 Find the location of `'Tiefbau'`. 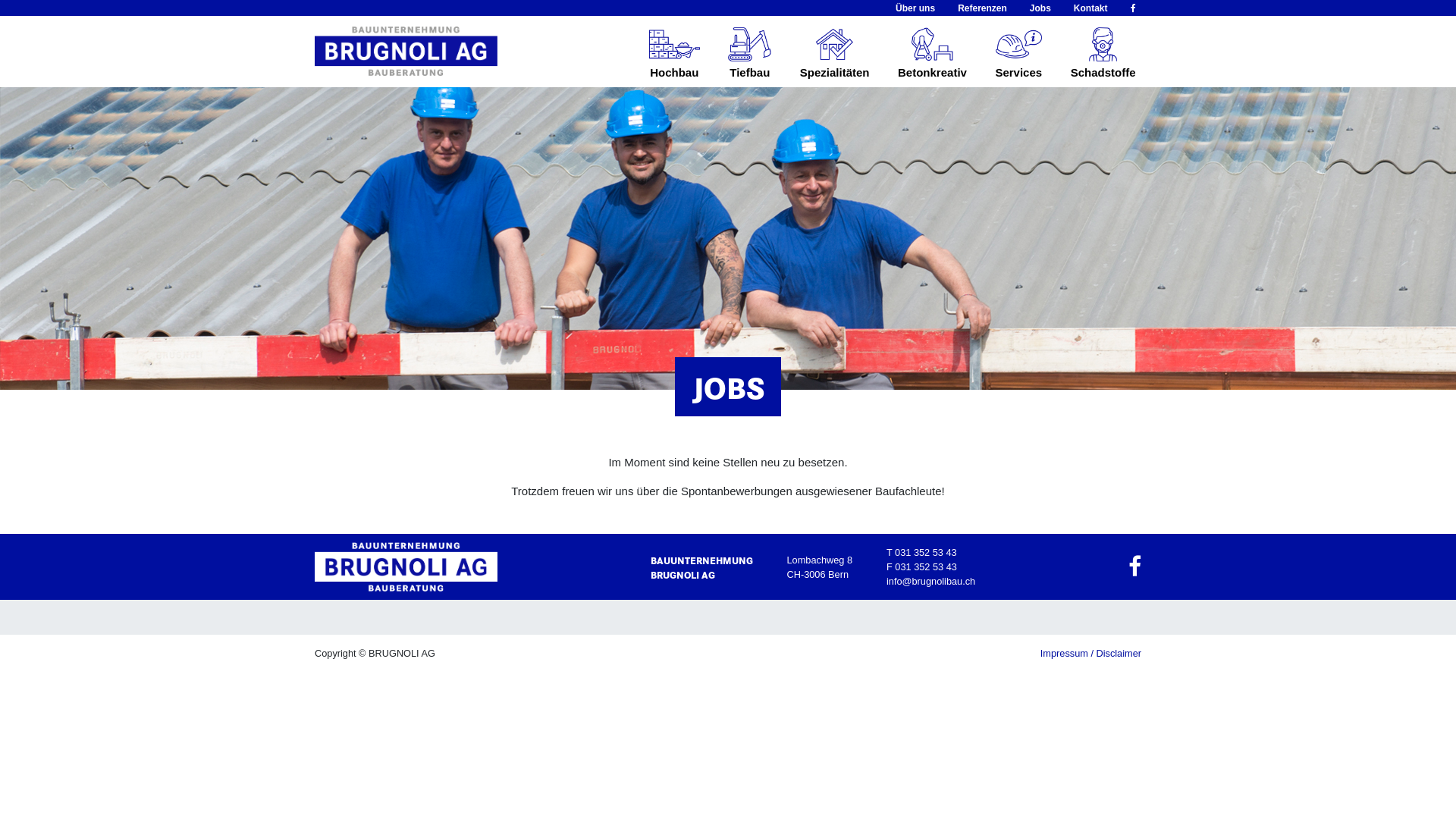

'Tiefbau' is located at coordinates (749, 51).